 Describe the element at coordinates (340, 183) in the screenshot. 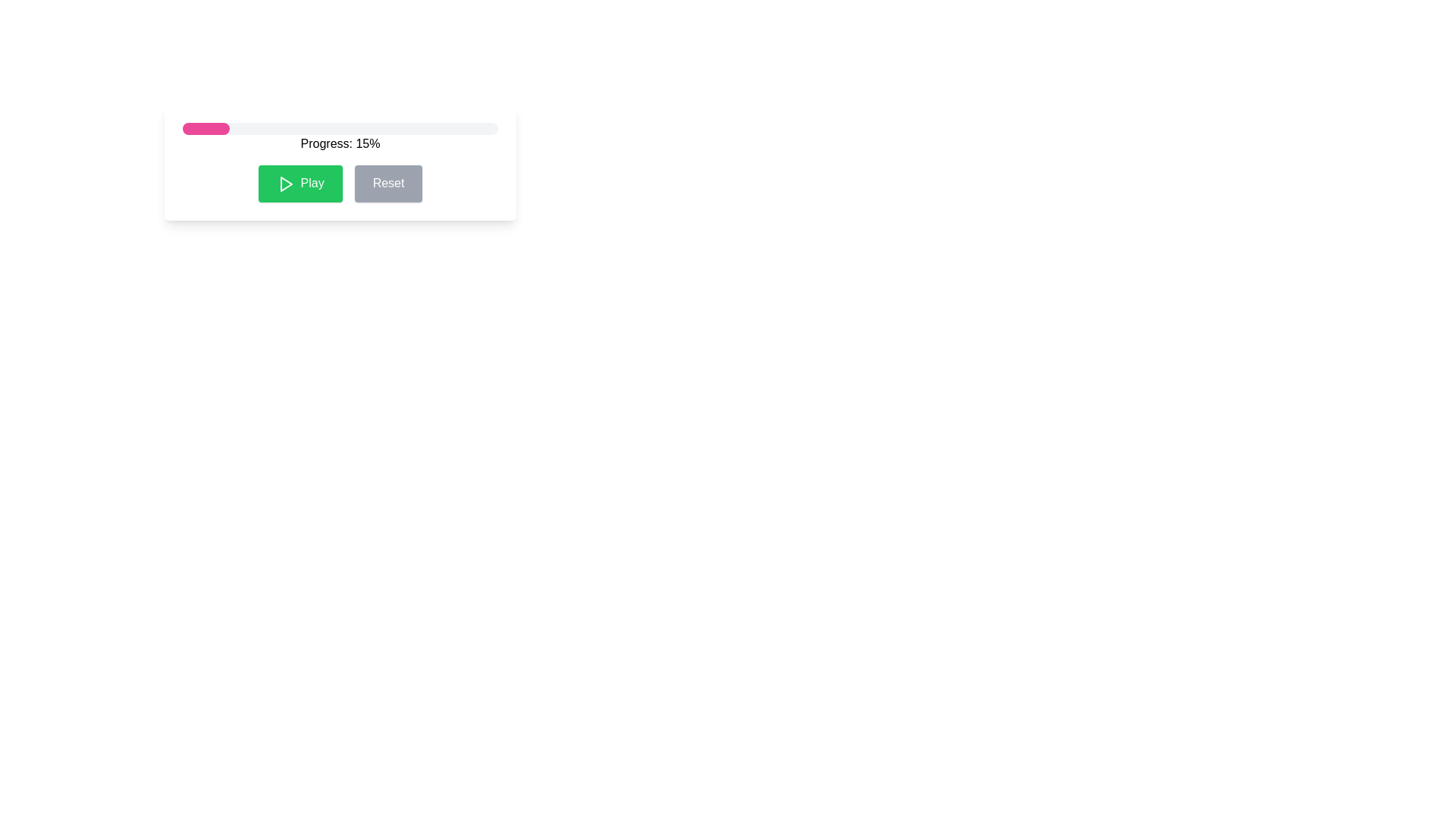

I see `the green 'Play' button with rounded corners to visualize its hover state` at that location.